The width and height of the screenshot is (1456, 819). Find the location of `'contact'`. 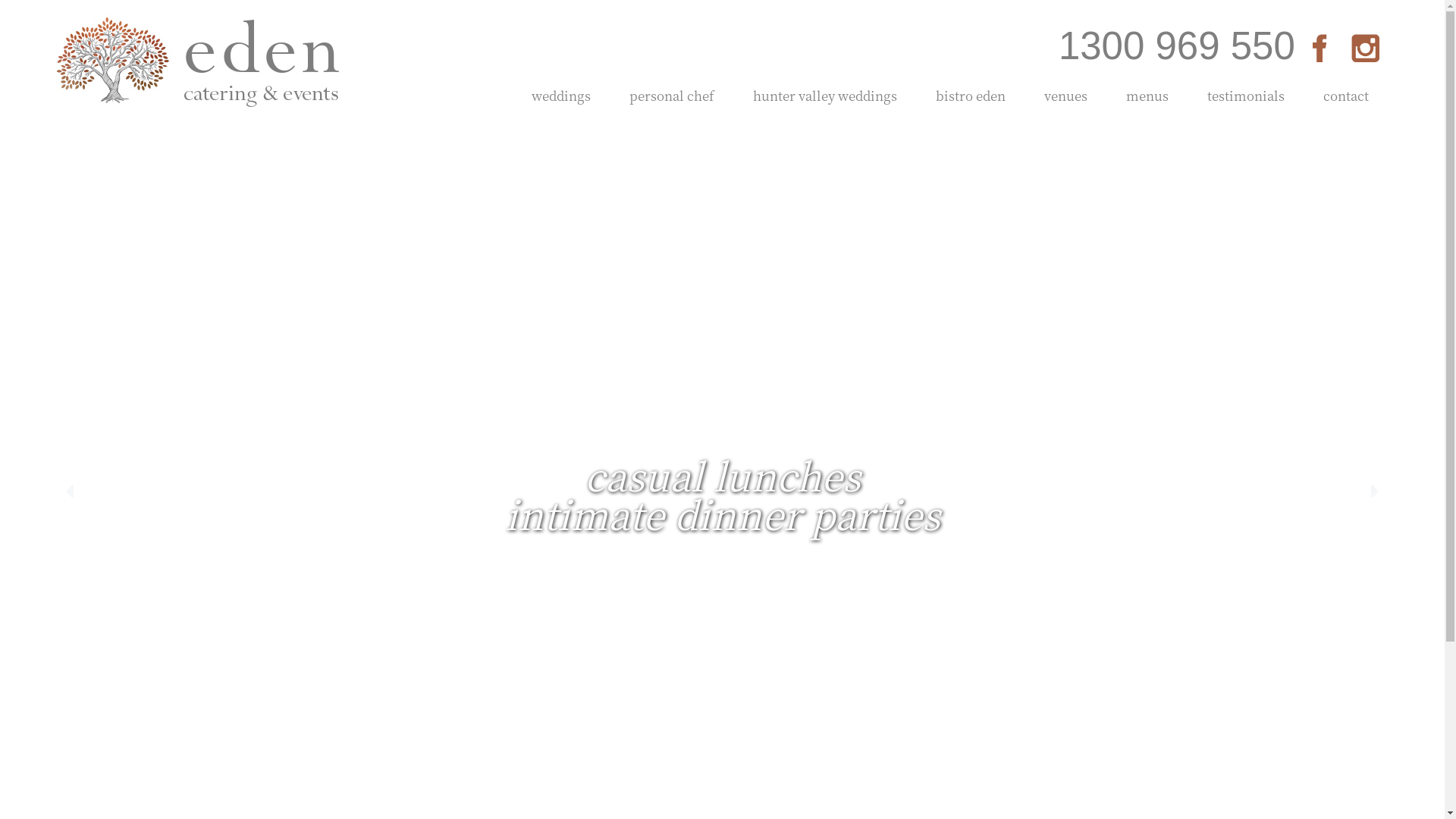

'contact' is located at coordinates (1346, 96).